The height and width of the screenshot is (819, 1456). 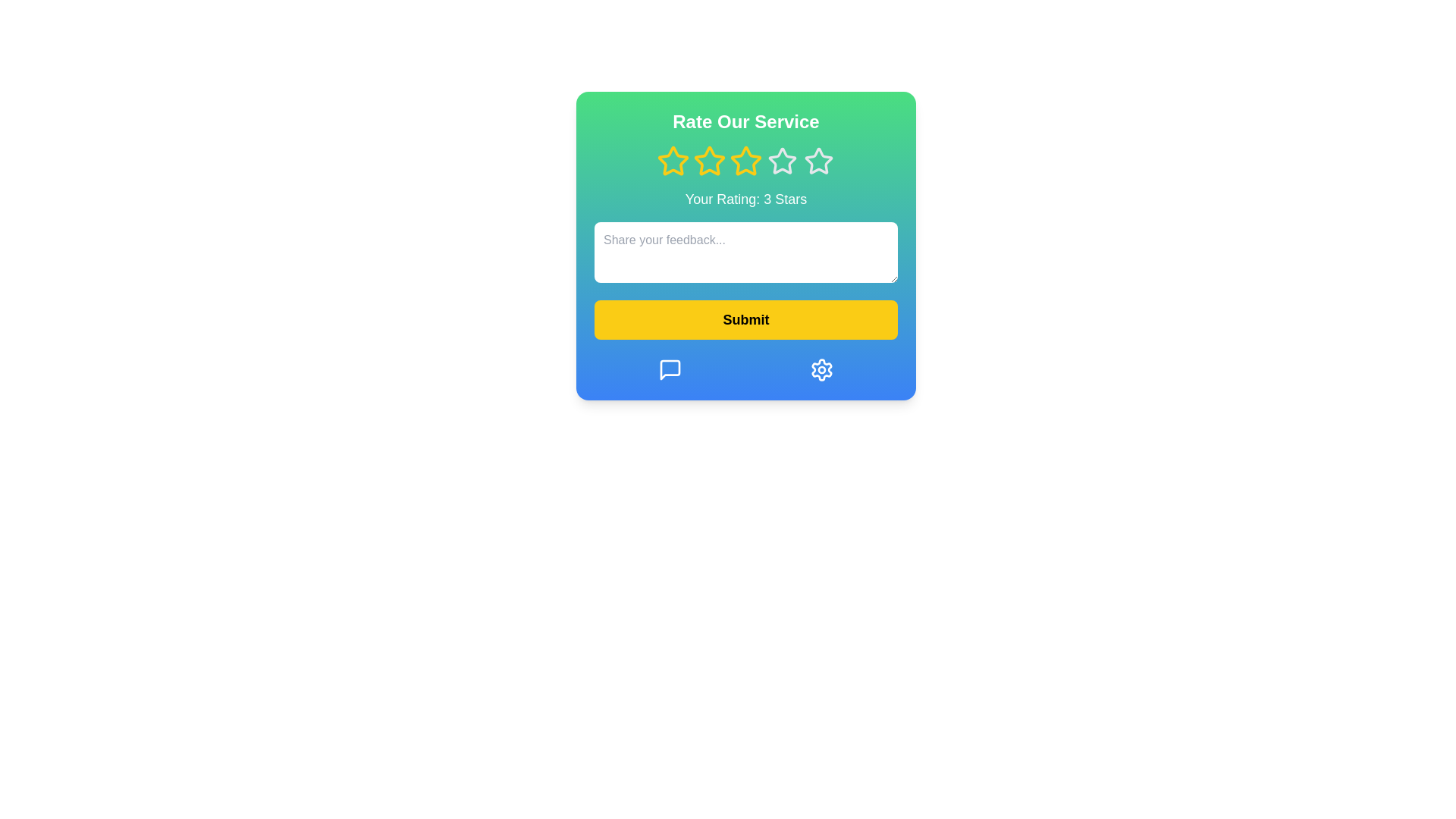 What do you see at coordinates (818, 161) in the screenshot?
I see `the fifth star in the rating component for navigation via keyboard` at bounding box center [818, 161].